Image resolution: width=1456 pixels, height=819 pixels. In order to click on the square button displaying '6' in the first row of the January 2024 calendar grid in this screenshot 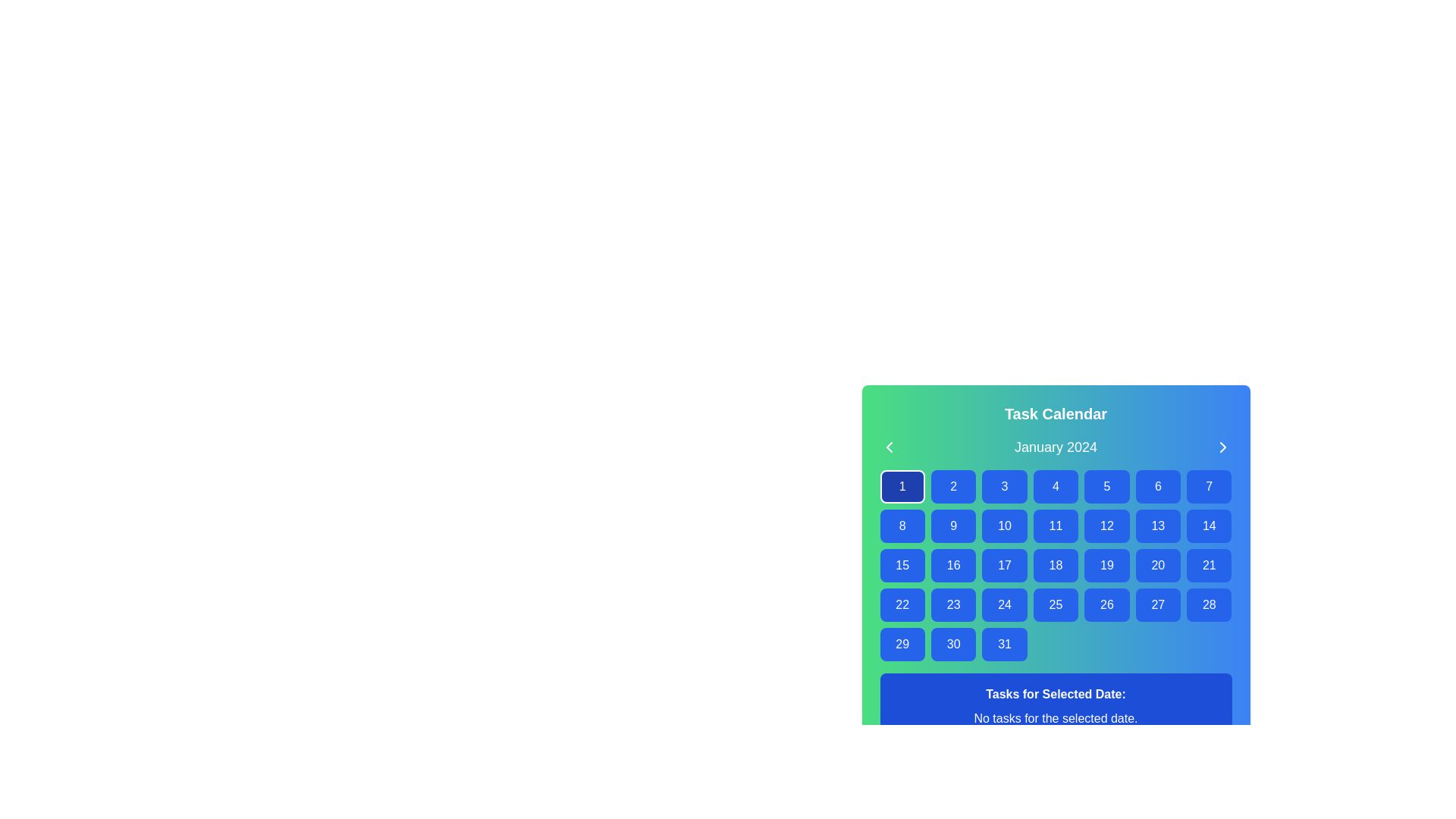, I will do `click(1157, 486)`.